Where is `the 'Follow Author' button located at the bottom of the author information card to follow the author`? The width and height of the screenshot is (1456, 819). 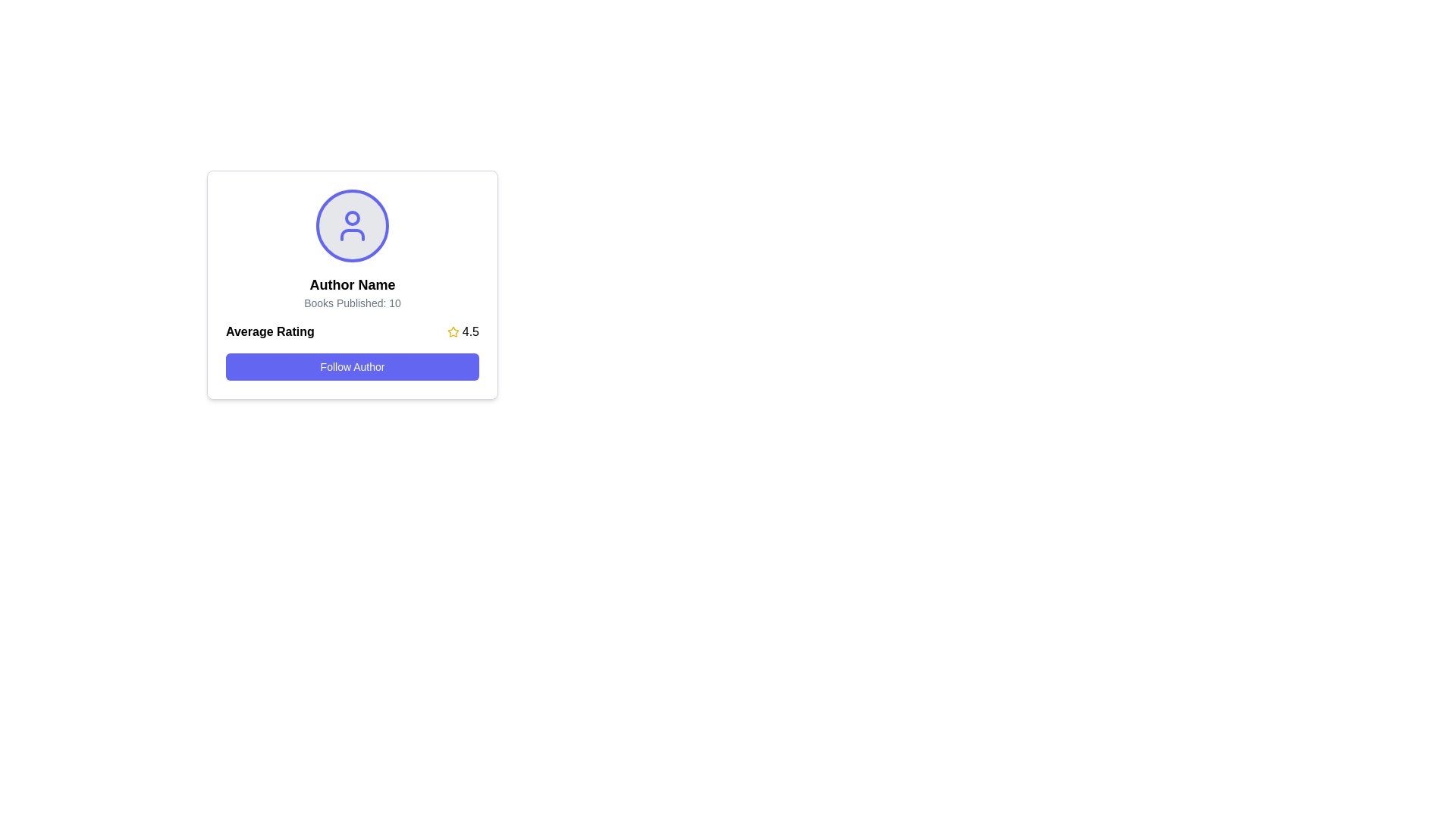
the 'Follow Author' button located at the bottom of the author information card to follow the author is located at coordinates (352, 351).